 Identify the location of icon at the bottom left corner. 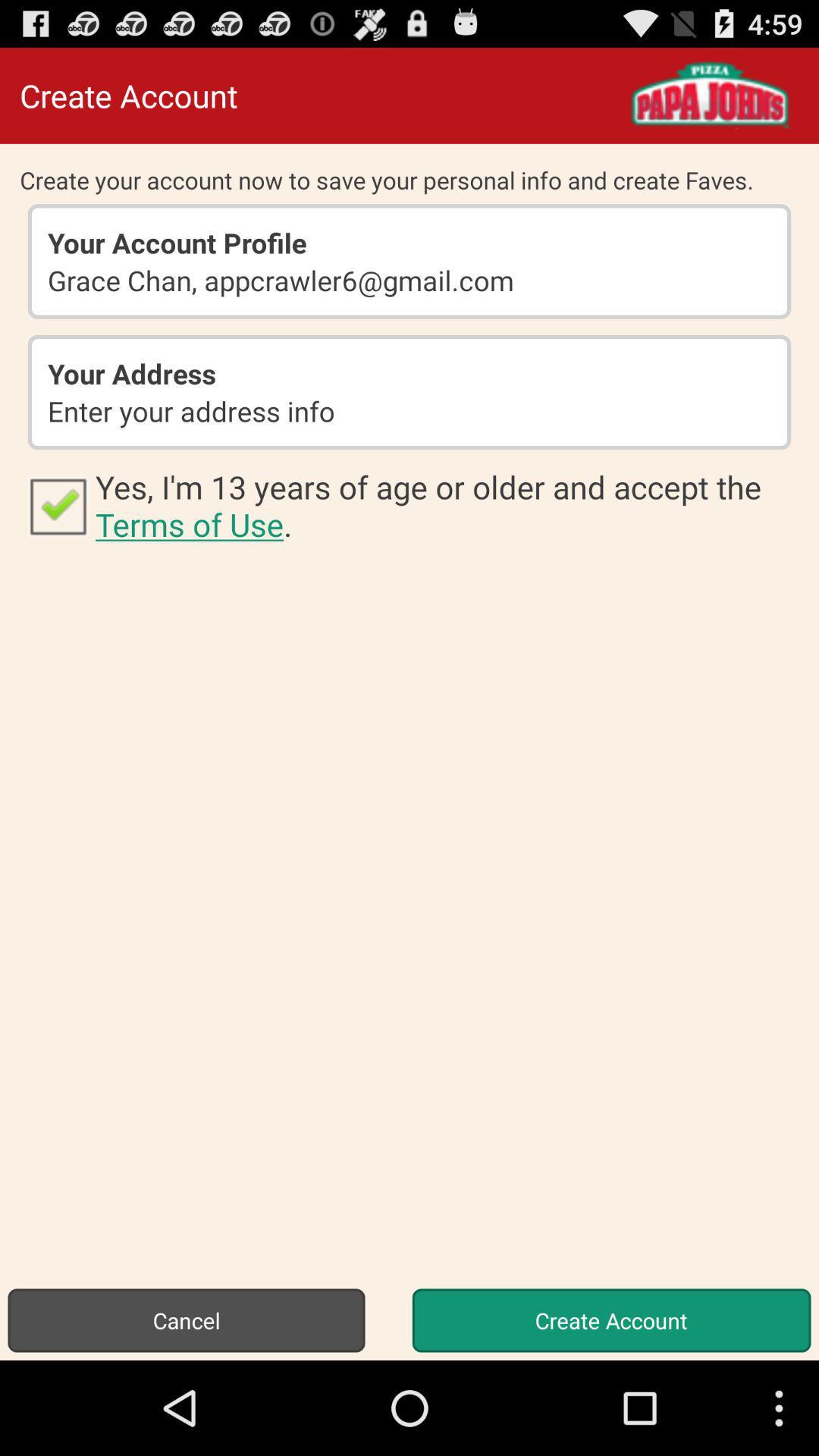
(186, 1319).